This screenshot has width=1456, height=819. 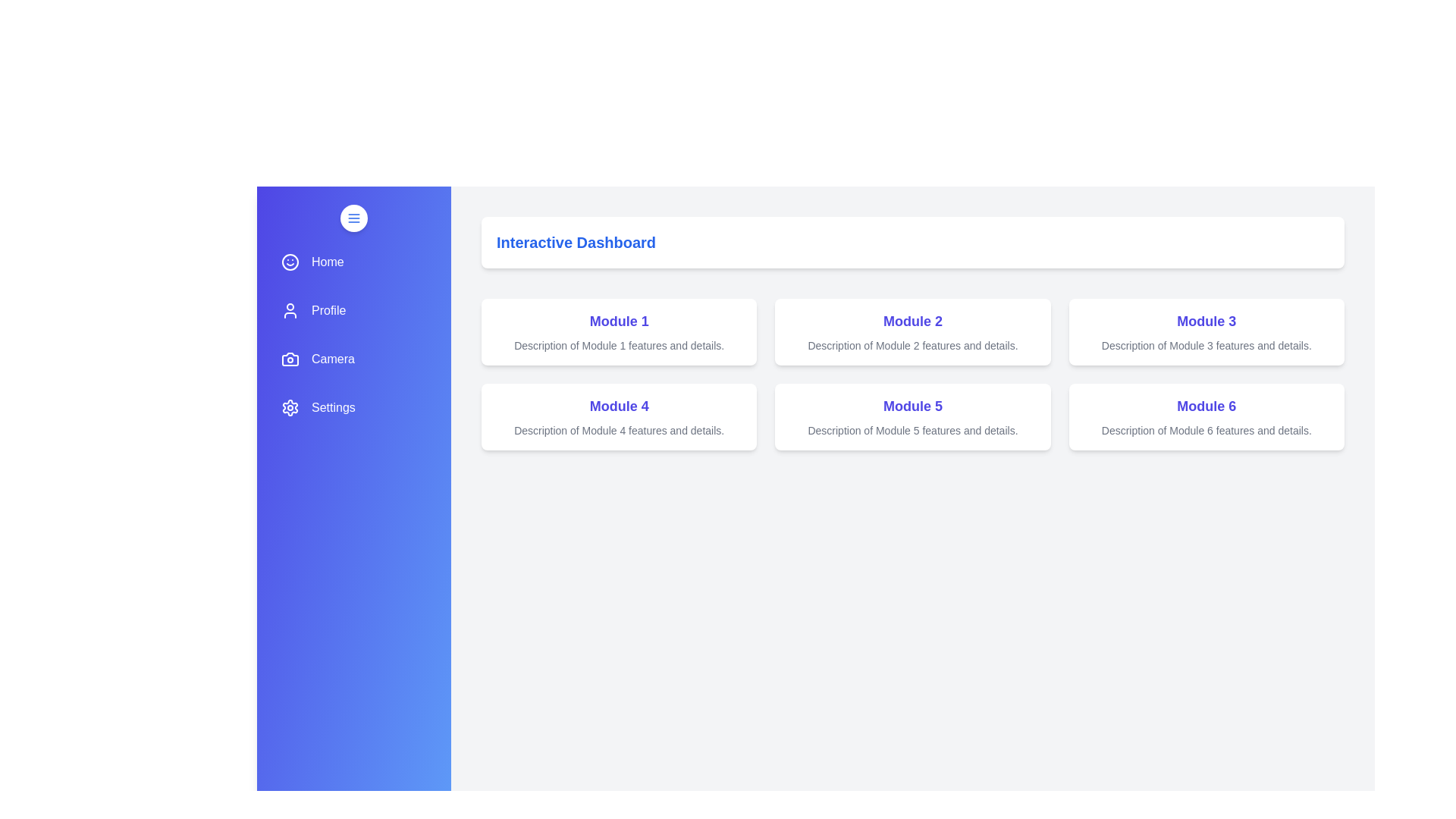 What do you see at coordinates (353, 309) in the screenshot?
I see `the 'Profile' menu item in the vertical navigation menu` at bounding box center [353, 309].